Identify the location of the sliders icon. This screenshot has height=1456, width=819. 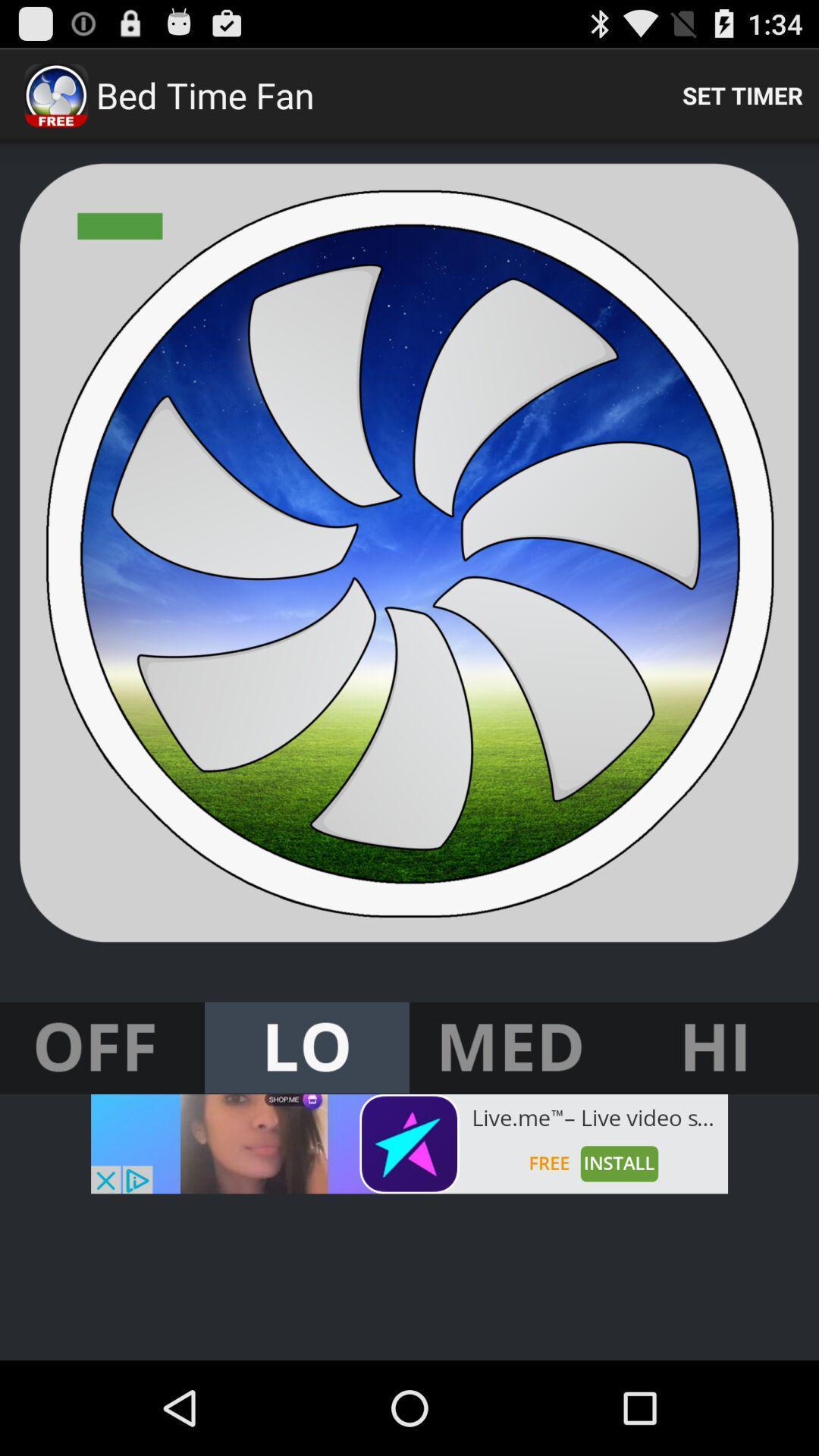
(102, 1122).